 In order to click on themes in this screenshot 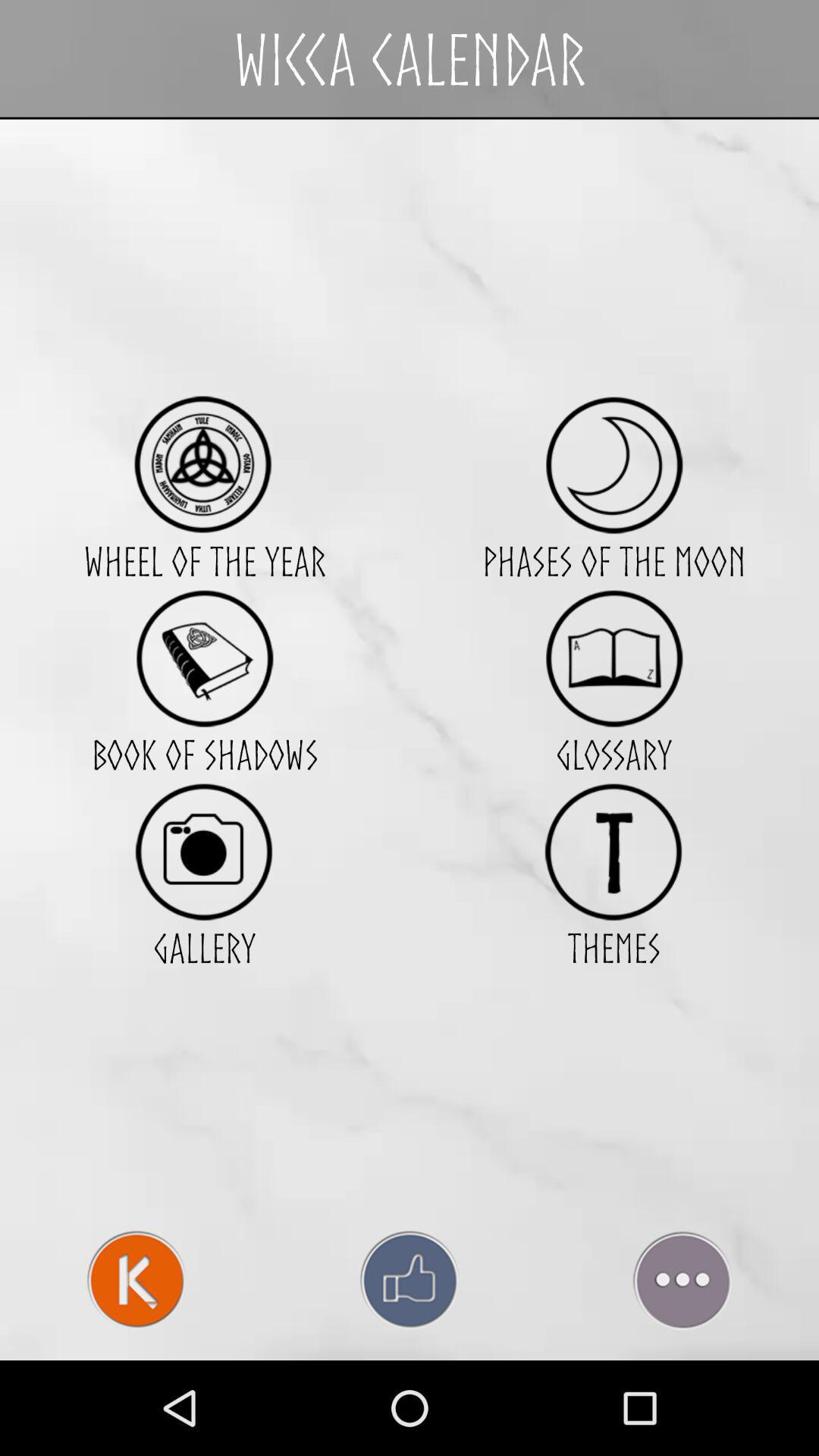, I will do `click(613, 852)`.